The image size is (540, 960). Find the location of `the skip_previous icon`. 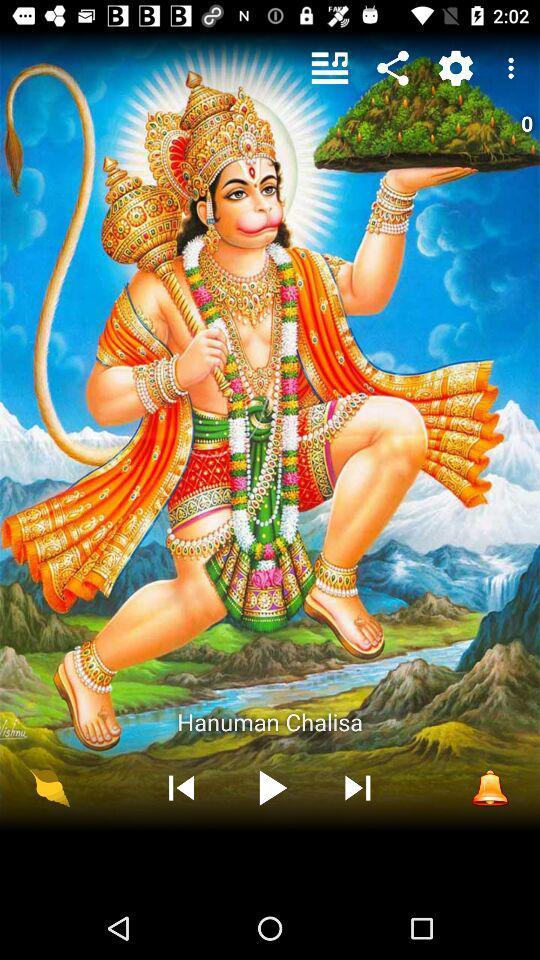

the skip_previous icon is located at coordinates (181, 788).